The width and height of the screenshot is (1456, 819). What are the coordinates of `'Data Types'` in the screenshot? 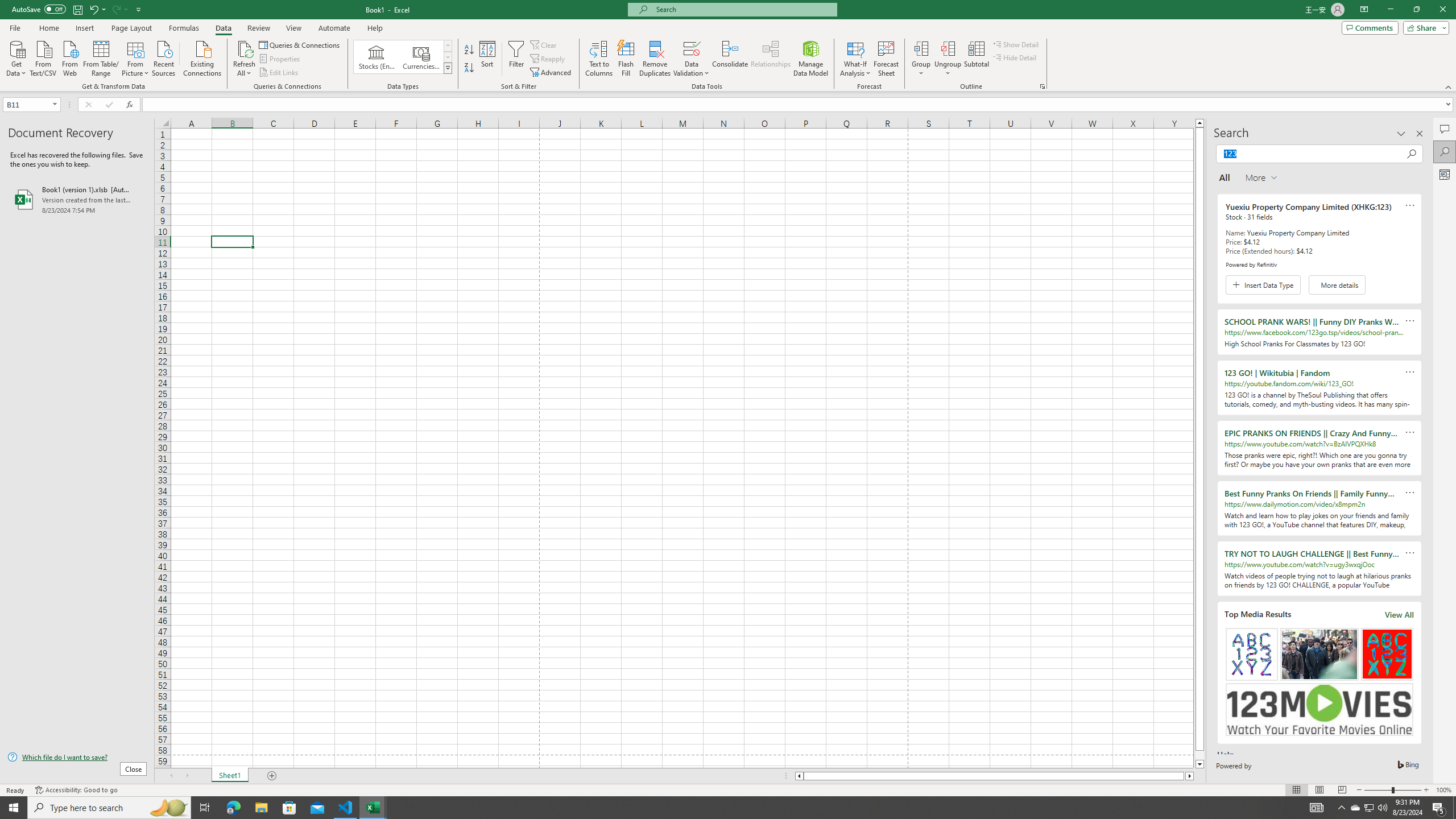 It's located at (448, 67).